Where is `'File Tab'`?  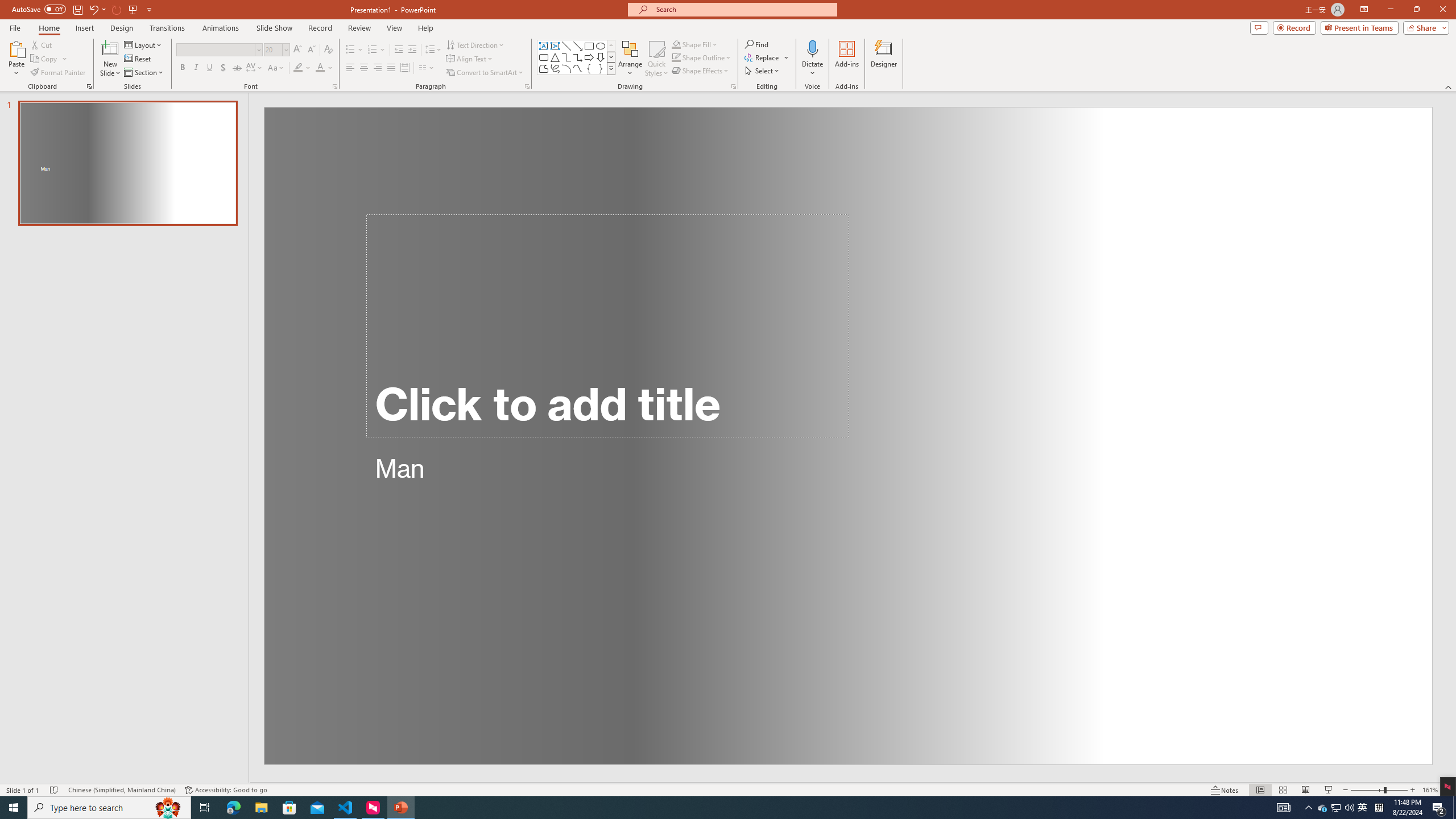
'File Tab' is located at coordinates (14, 27).